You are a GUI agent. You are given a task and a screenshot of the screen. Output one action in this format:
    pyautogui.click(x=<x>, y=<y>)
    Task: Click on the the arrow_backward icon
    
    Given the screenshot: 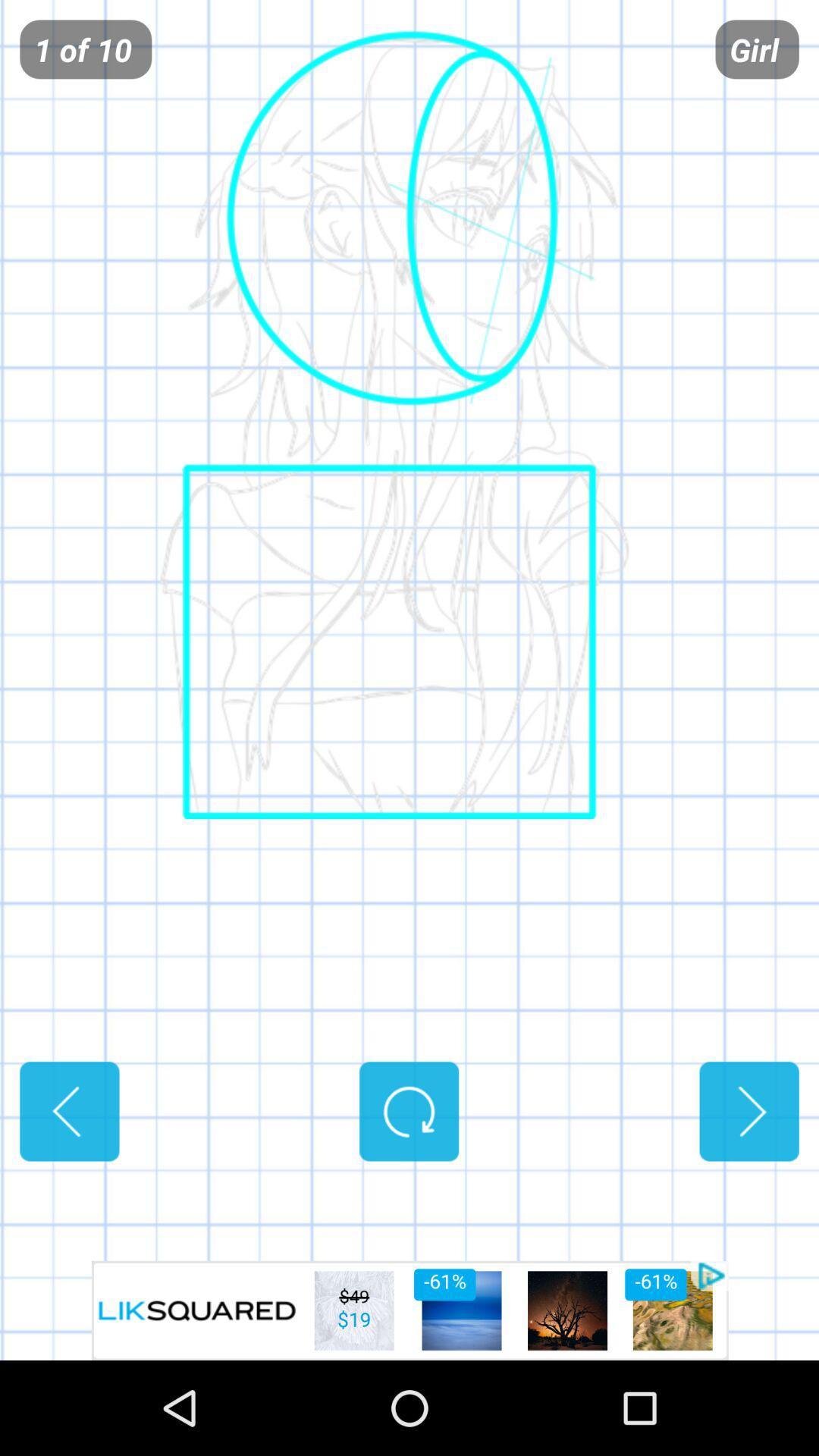 What is the action you would take?
    pyautogui.click(x=69, y=1188)
    